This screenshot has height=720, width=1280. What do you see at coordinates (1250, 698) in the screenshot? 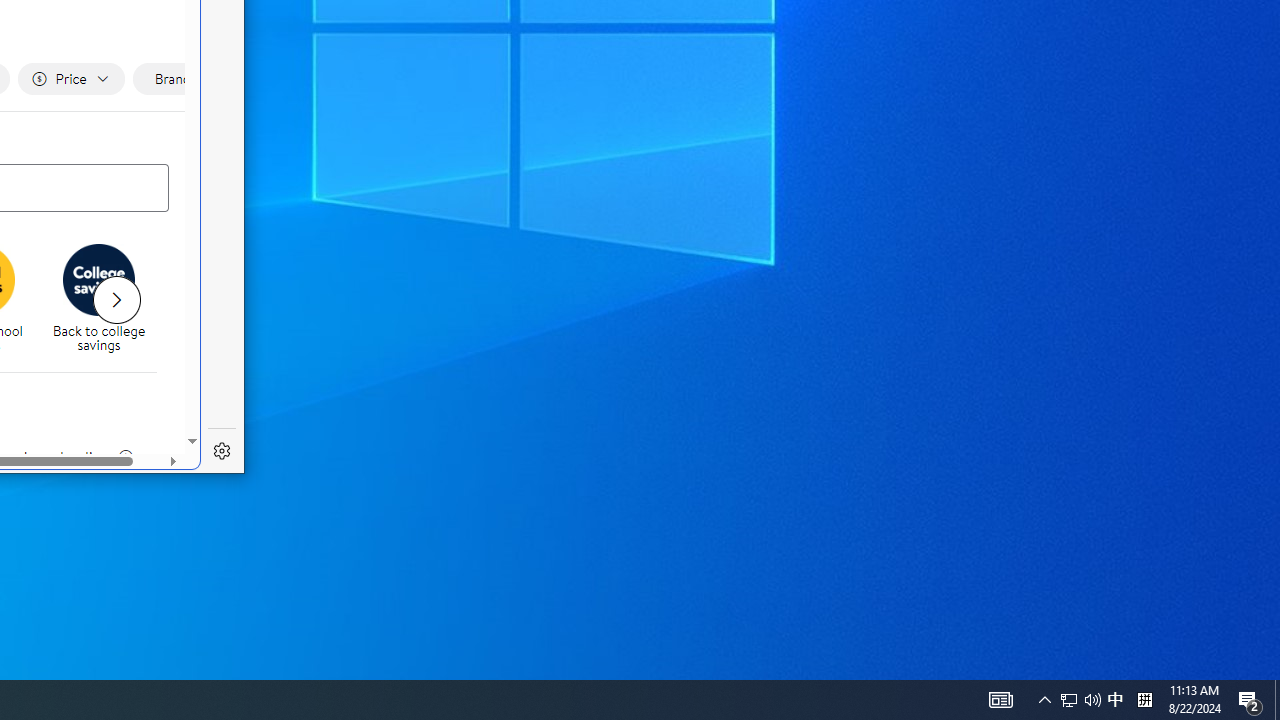
I see `'Action Center, 2 new notifications'` at bounding box center [1250, 698].